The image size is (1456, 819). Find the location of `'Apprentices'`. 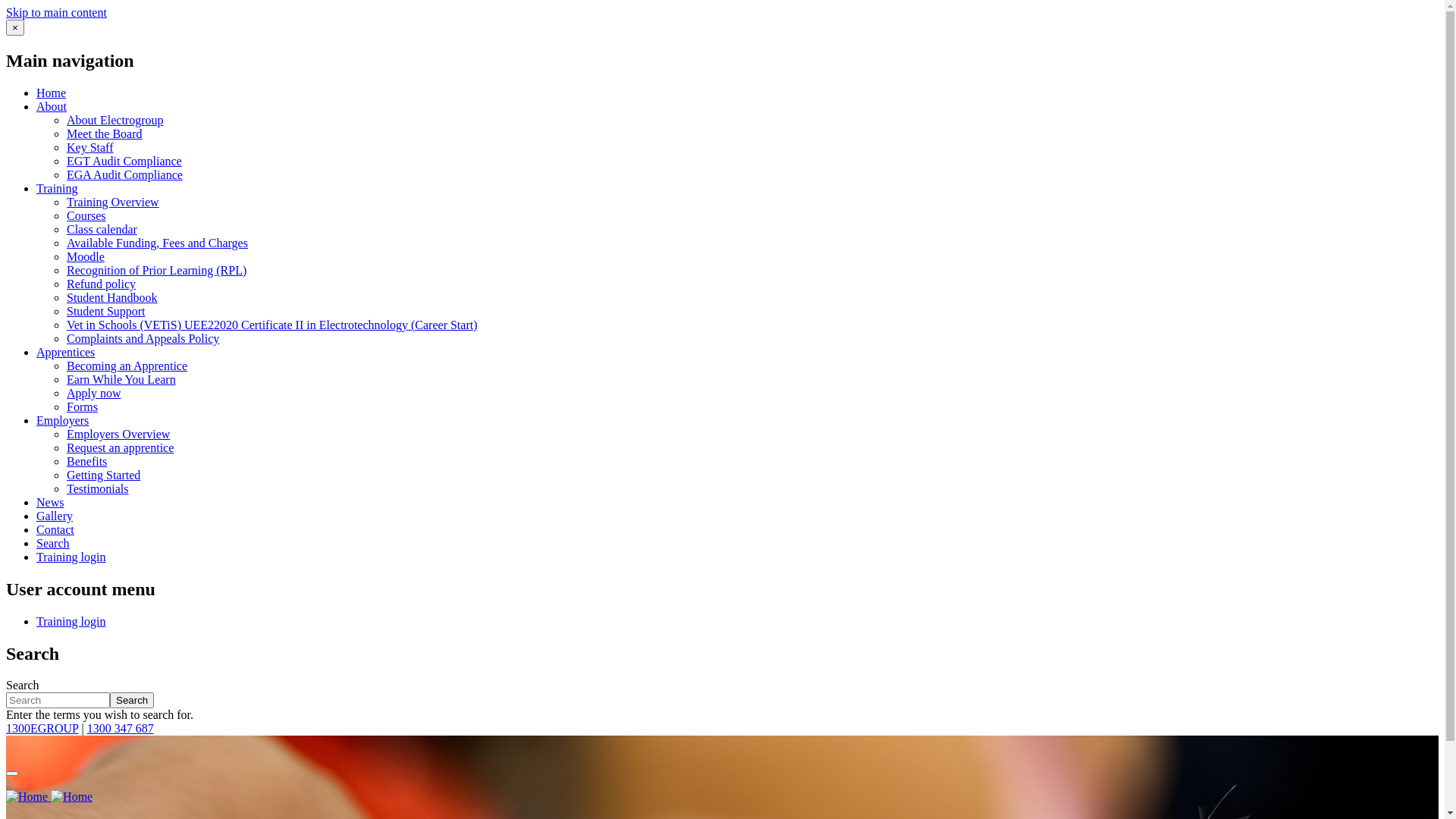

'Apprentices' is located at coordinates (64, 352).